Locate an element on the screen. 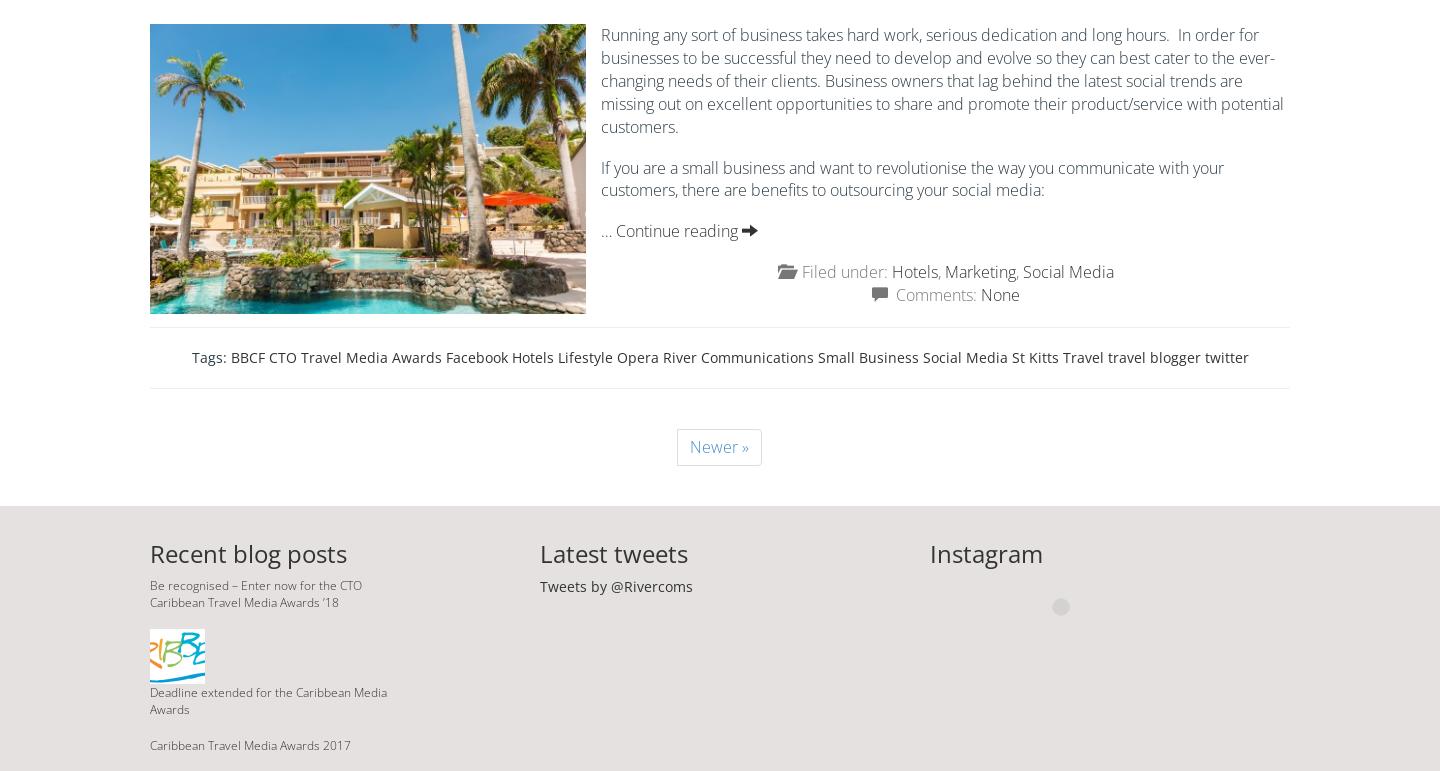 This screenshot has width=1440, height=771. 'St Kitts' is located at coordinates (1034, 356).